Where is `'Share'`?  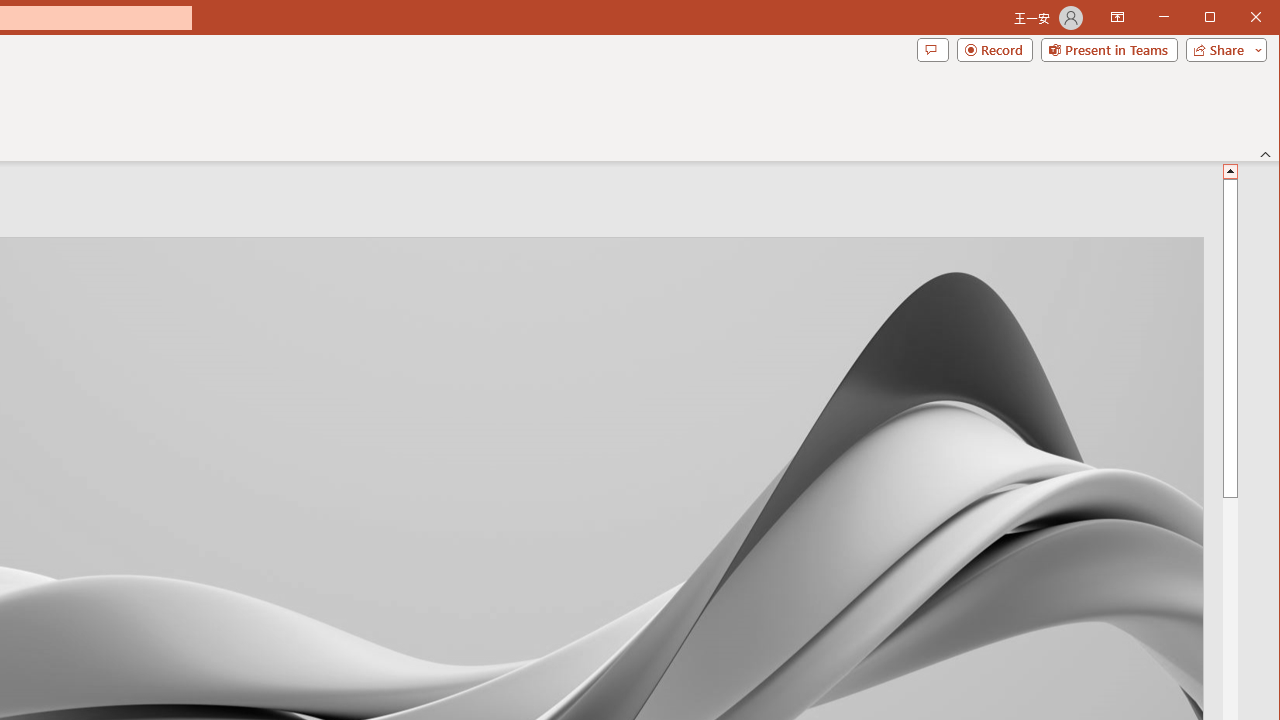
'Share' is located at coordinates (1221, 49).